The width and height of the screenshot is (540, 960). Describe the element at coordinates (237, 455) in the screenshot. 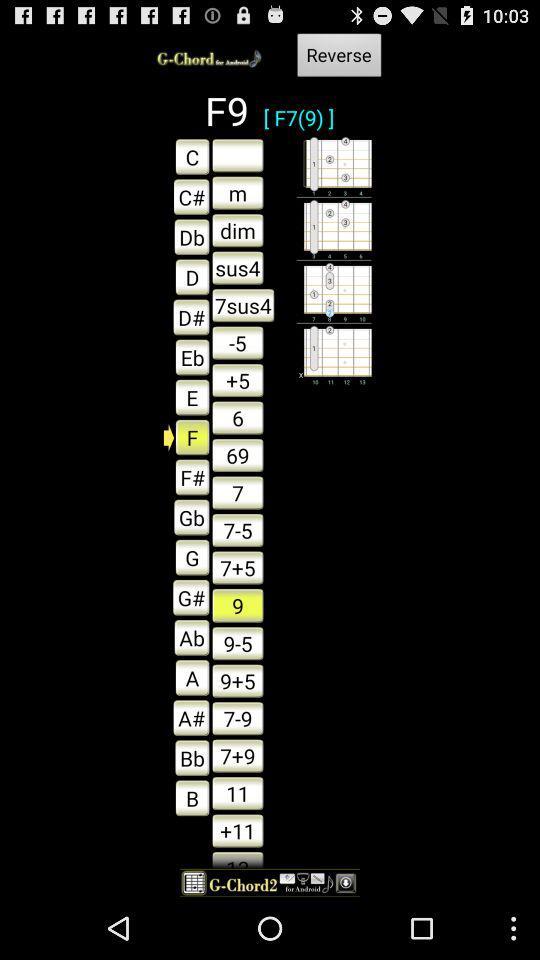

I see `the button next to f icon` at that location.